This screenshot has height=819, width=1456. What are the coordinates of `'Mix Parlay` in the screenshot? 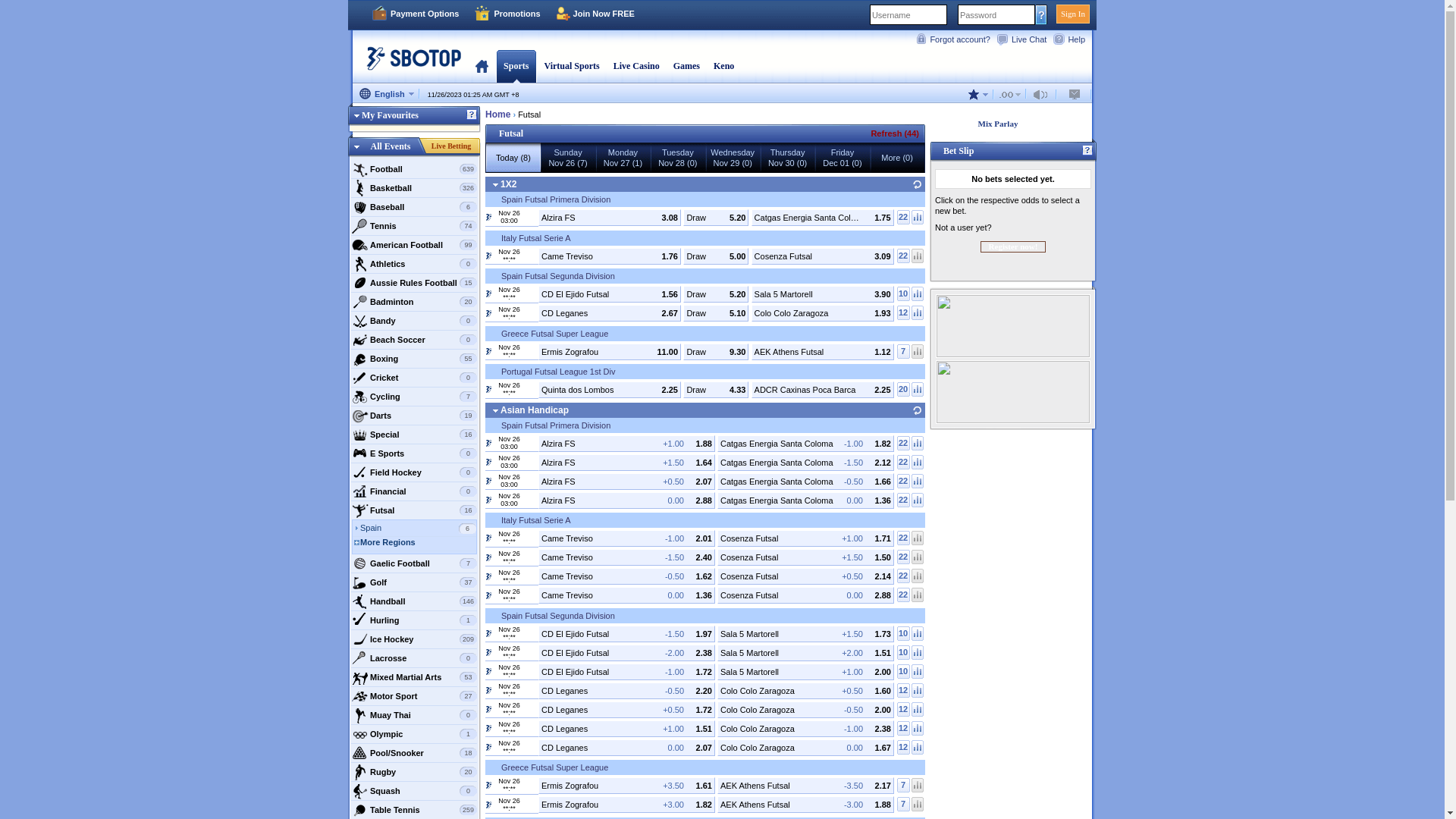 It's located at (1009, 123).